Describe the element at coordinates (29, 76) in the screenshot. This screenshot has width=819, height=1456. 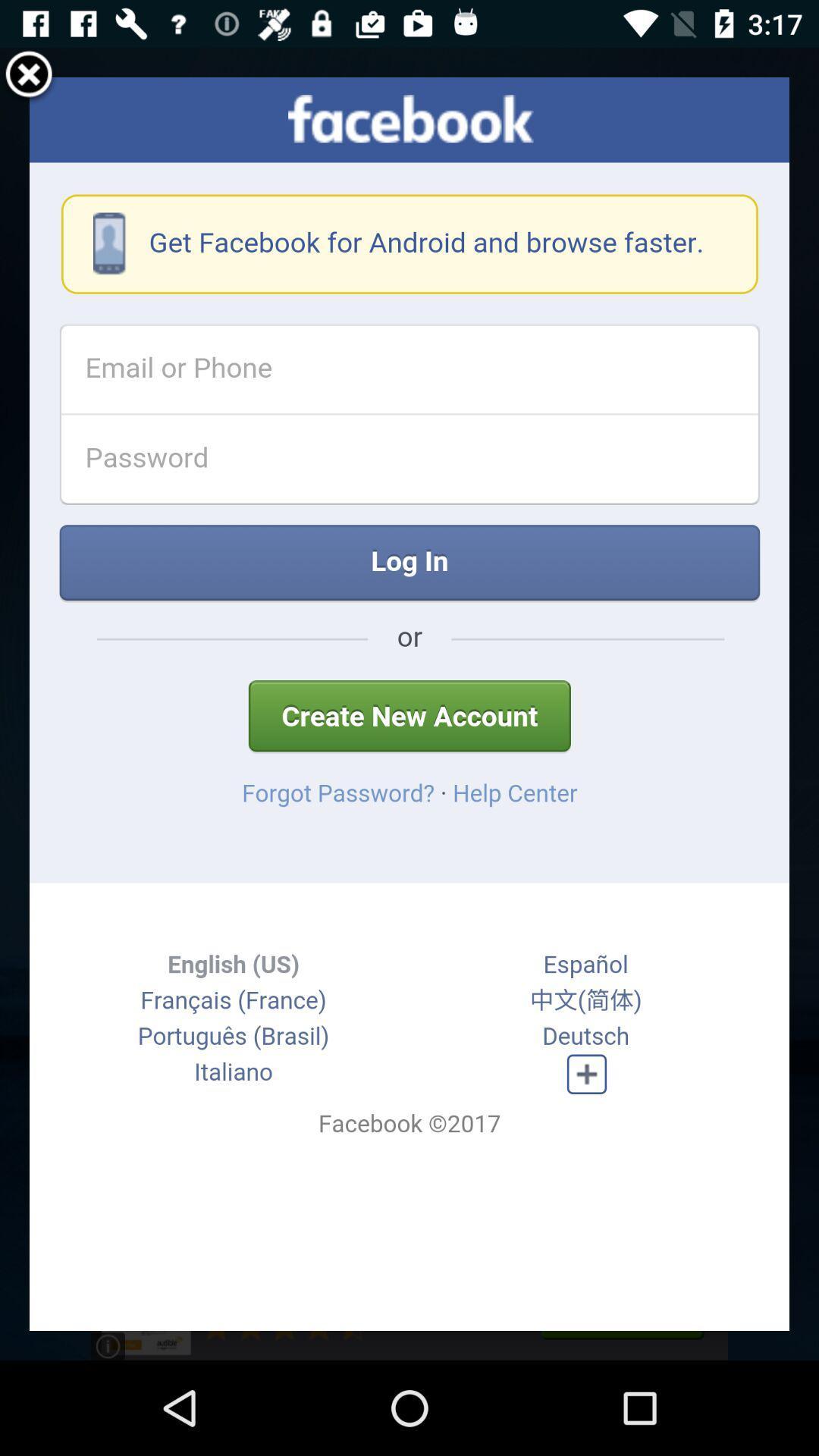
I see `this` at that location.